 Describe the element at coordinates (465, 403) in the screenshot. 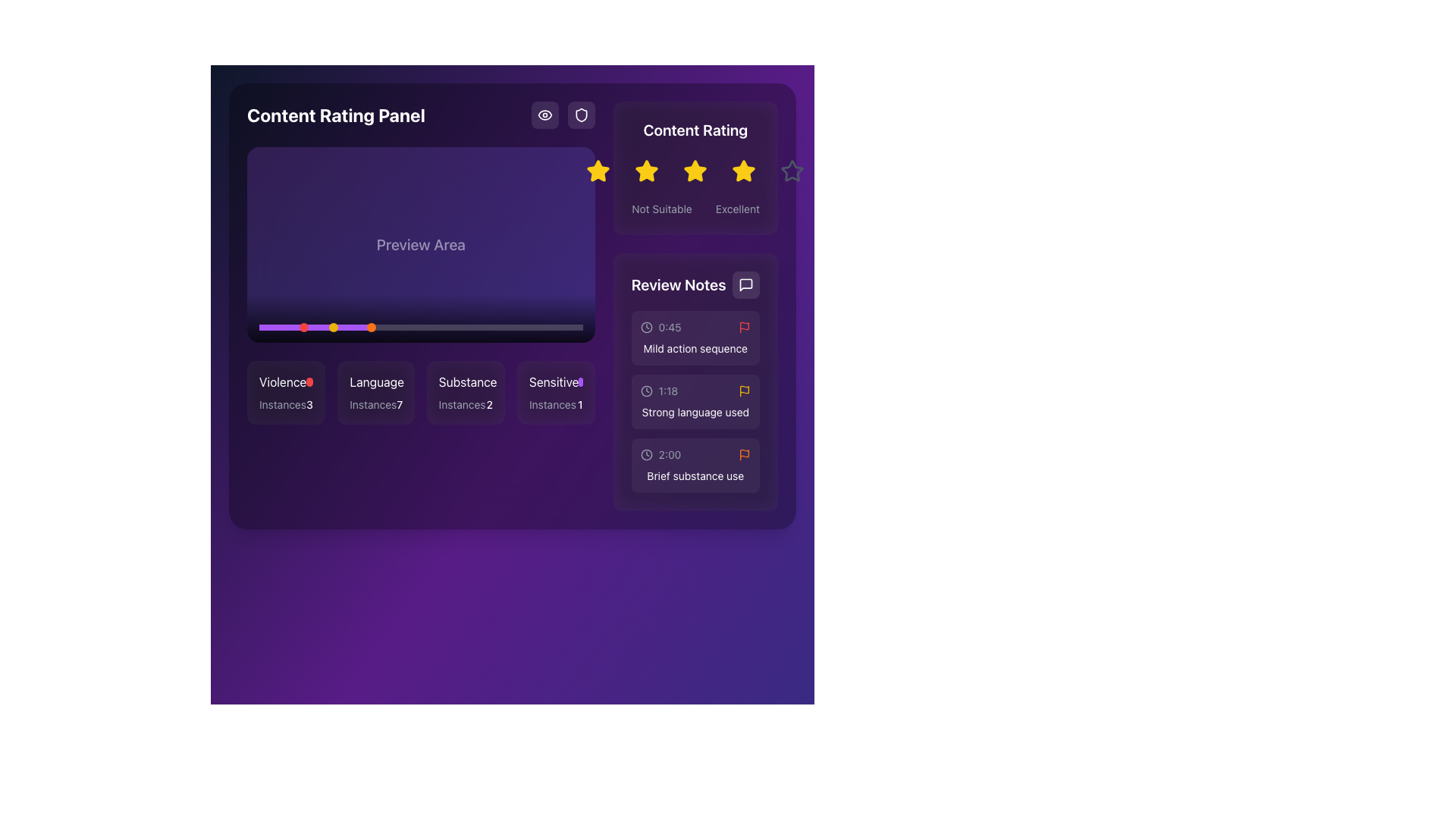

I see `the text label displaying 'Instances' with the count '2' located at the lower part of the 'Substance' card` at that location.